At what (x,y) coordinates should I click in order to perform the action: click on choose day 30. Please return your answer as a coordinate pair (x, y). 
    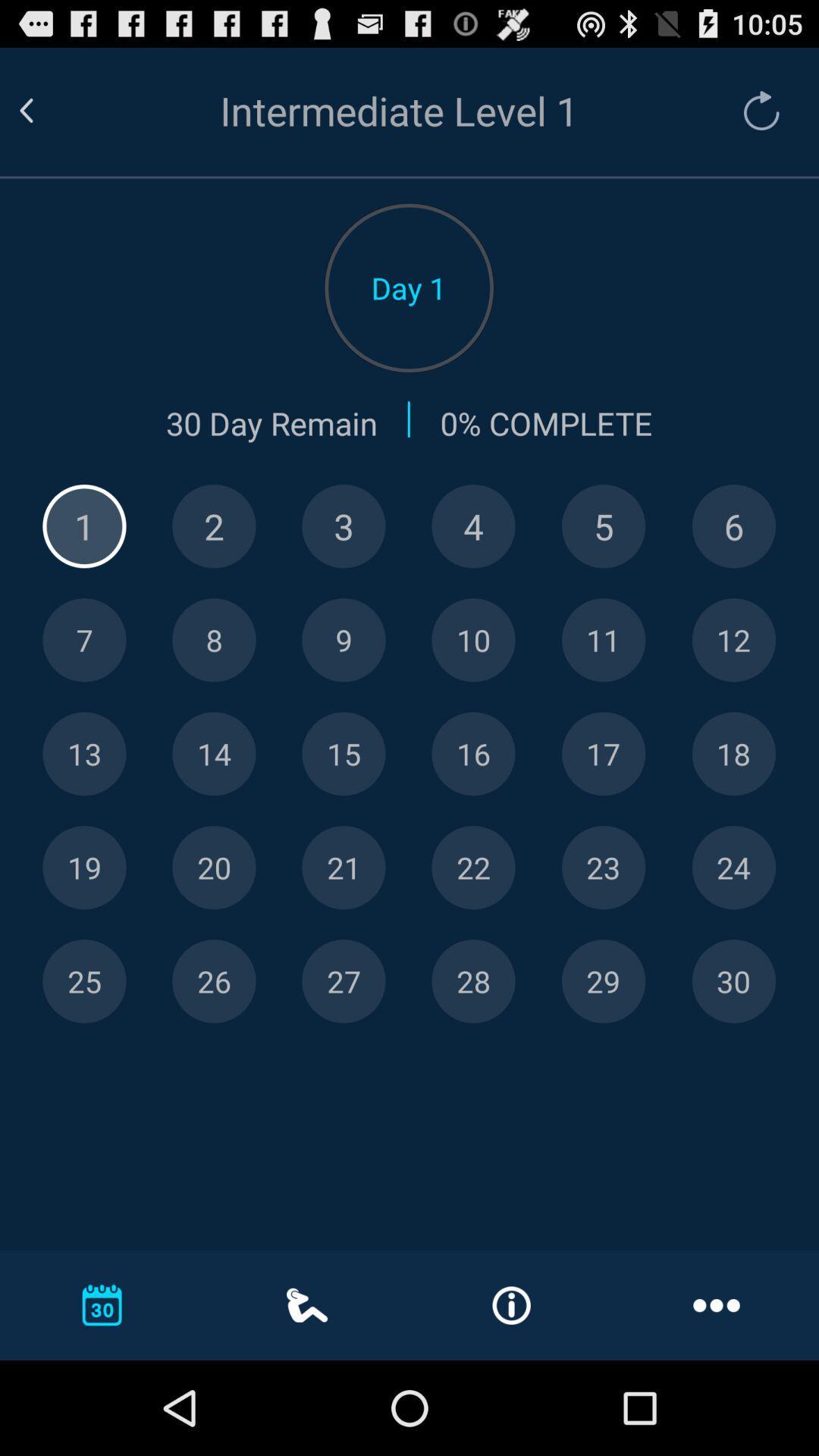
    Looking at the image, I should click on (733, 981).